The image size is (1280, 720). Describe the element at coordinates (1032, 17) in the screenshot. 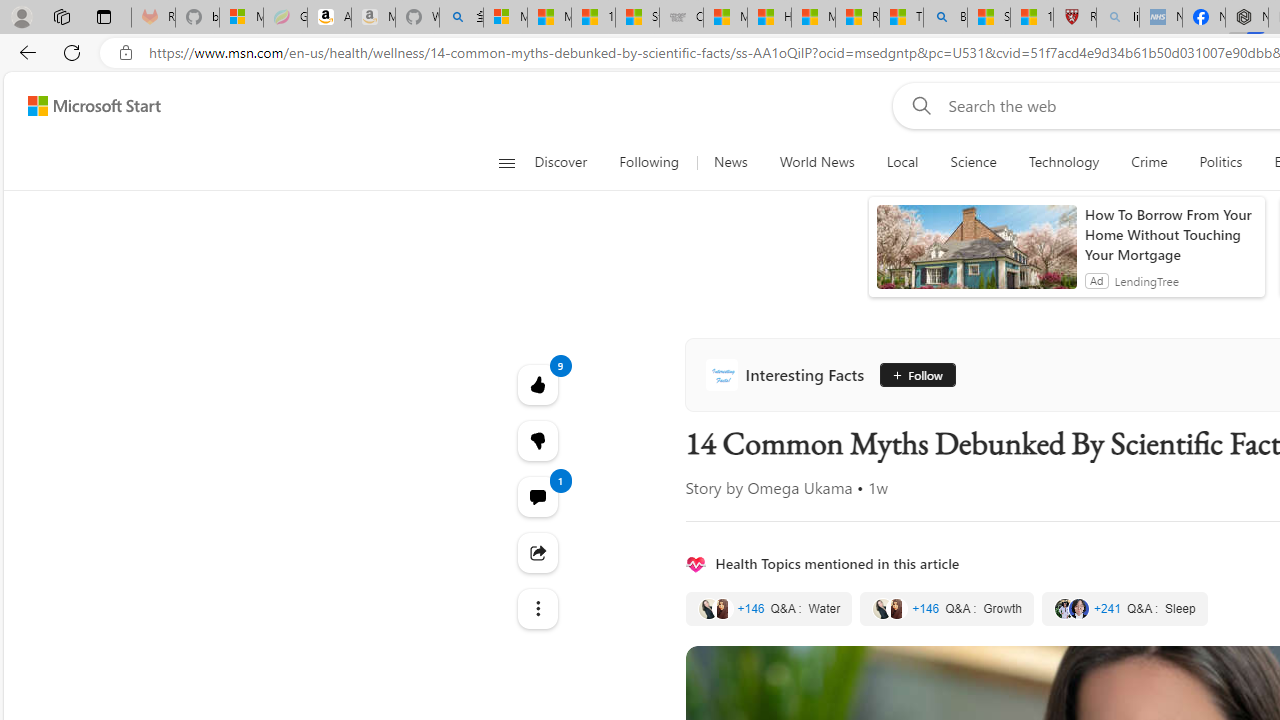

I see `'12 Popular Science Lies that Must be Corrected'` at that location.